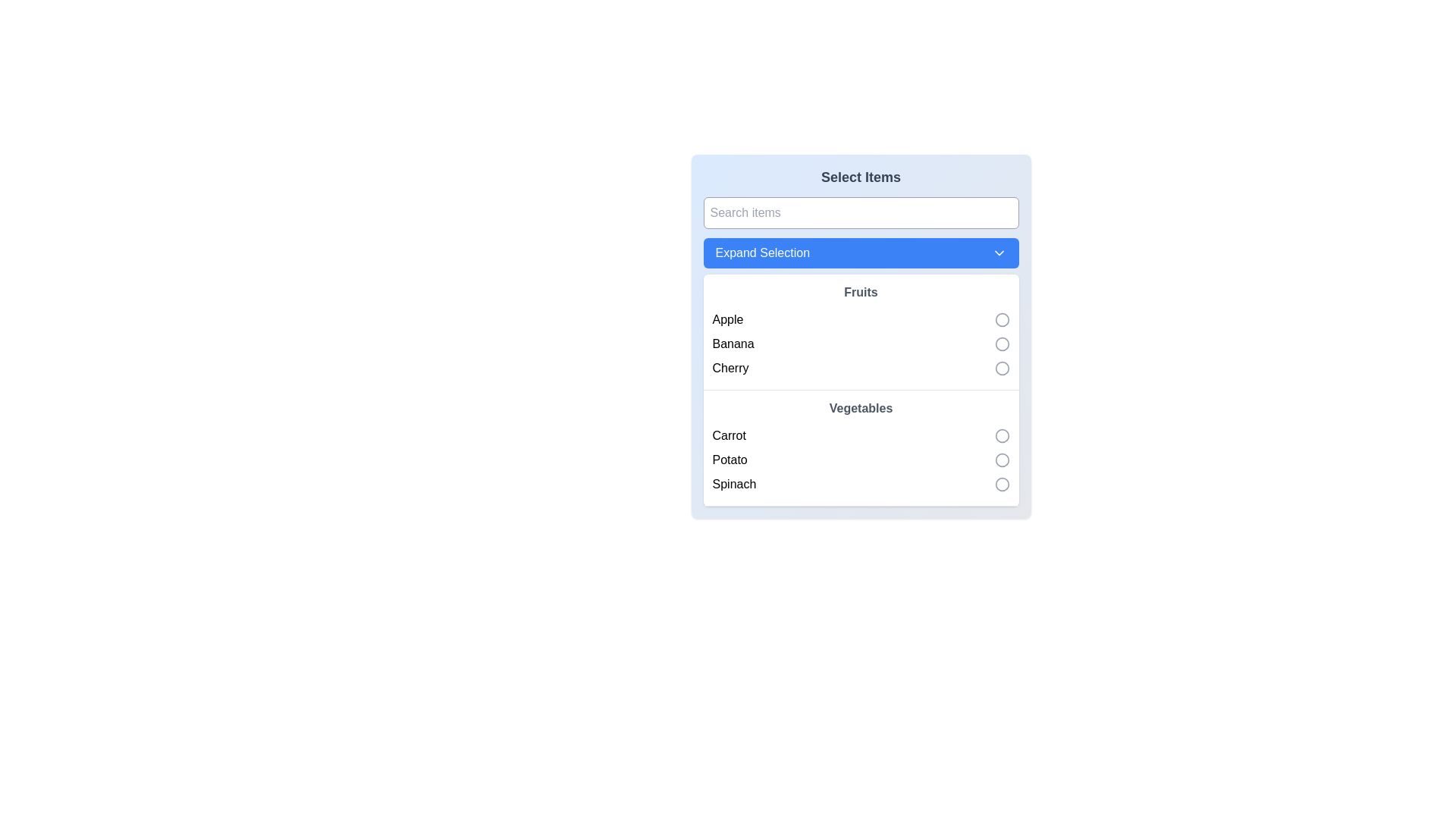 The height and width of the screenshot is (819, 1456). I want to click on the circular radio button with a thin gray border located to the far right of the 'Apple' row in the 'Fruits' section, so click(1002, 318).